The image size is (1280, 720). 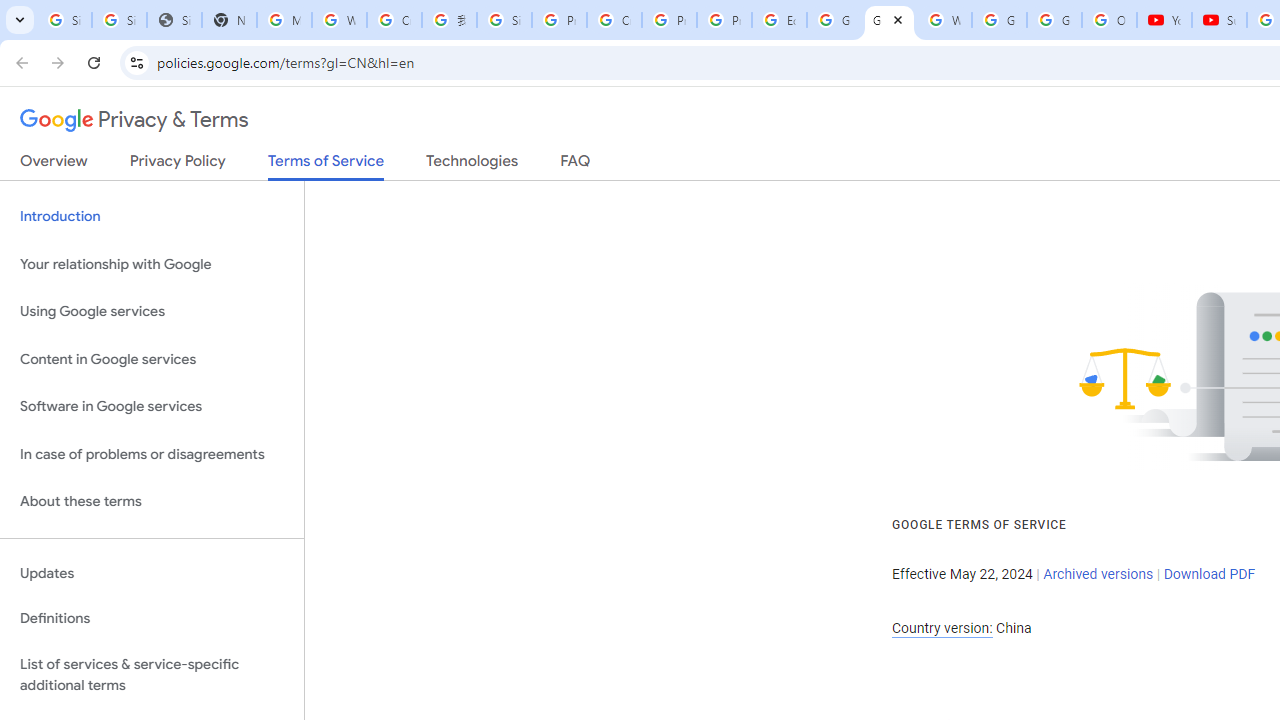 What do you see at coordinates (151, 501) in the screenshot?
I see `'About these terms'` at bounding box center [151, 501].